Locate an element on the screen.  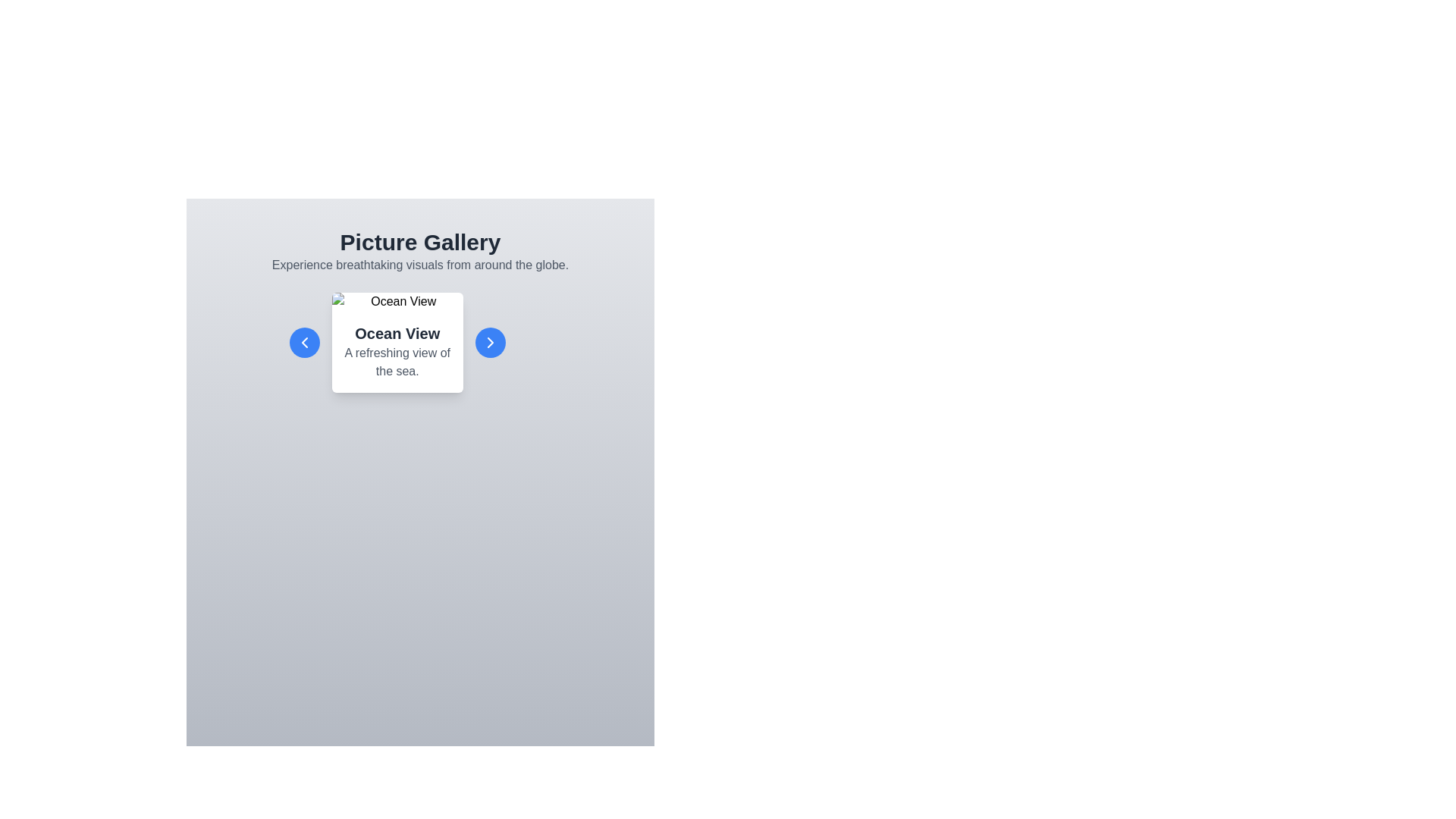
the left-facing chevron arrow icon within the circular blue button located to the left of the 'Ocean View' content area is located at coordinates (304, 342).